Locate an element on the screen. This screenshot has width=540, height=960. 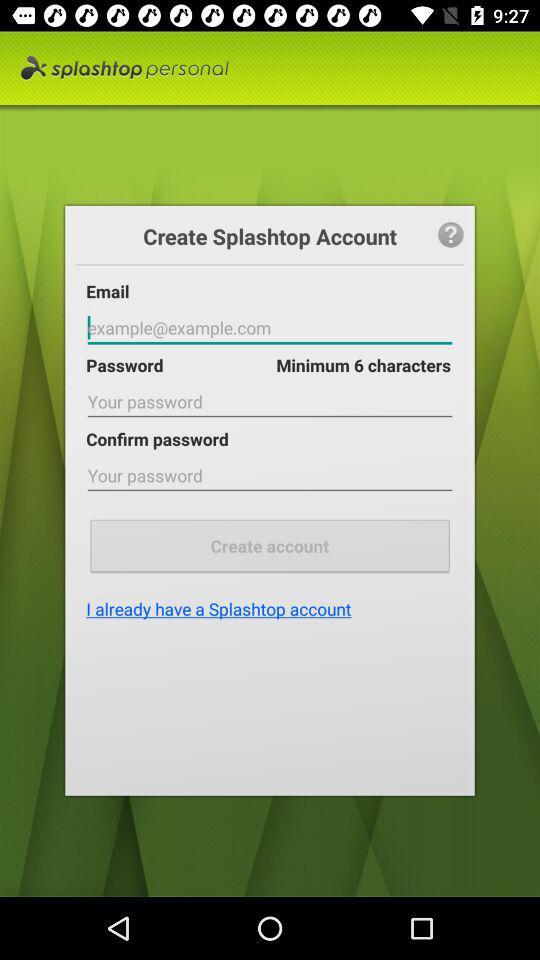
password text is located at coordinates (270, 476).